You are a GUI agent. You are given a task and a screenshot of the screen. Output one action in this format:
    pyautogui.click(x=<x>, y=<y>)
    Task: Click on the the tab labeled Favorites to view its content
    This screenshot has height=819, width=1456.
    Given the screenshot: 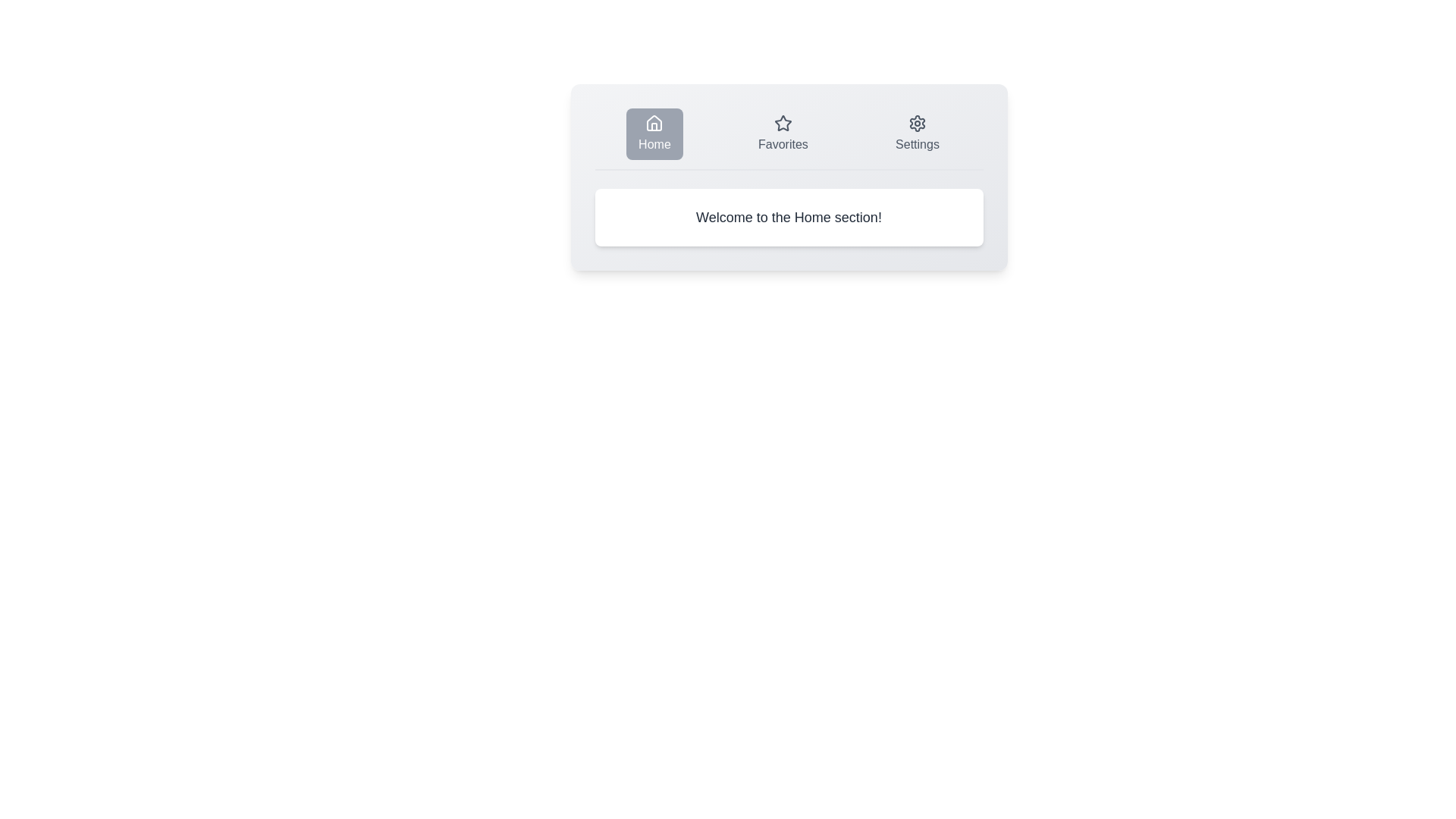 What is the action you would take?
    pyautogui.click(x=783, y=133)
    